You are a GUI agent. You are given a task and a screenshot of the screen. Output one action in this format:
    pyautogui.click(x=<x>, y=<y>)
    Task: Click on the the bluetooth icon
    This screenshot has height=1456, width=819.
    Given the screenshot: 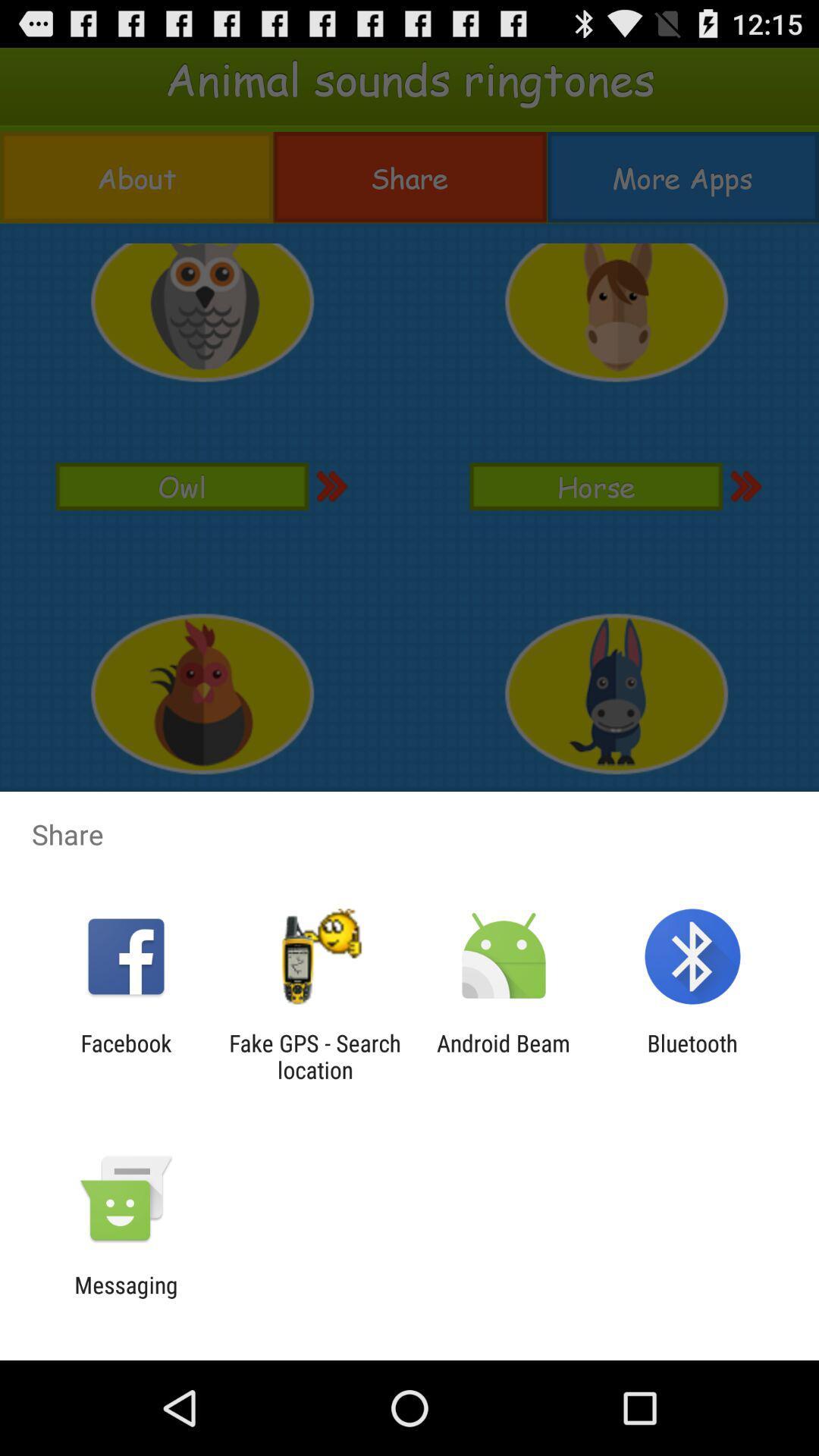 What is the action you would take?
    pyautogui.click(x=692, y=1056)
    